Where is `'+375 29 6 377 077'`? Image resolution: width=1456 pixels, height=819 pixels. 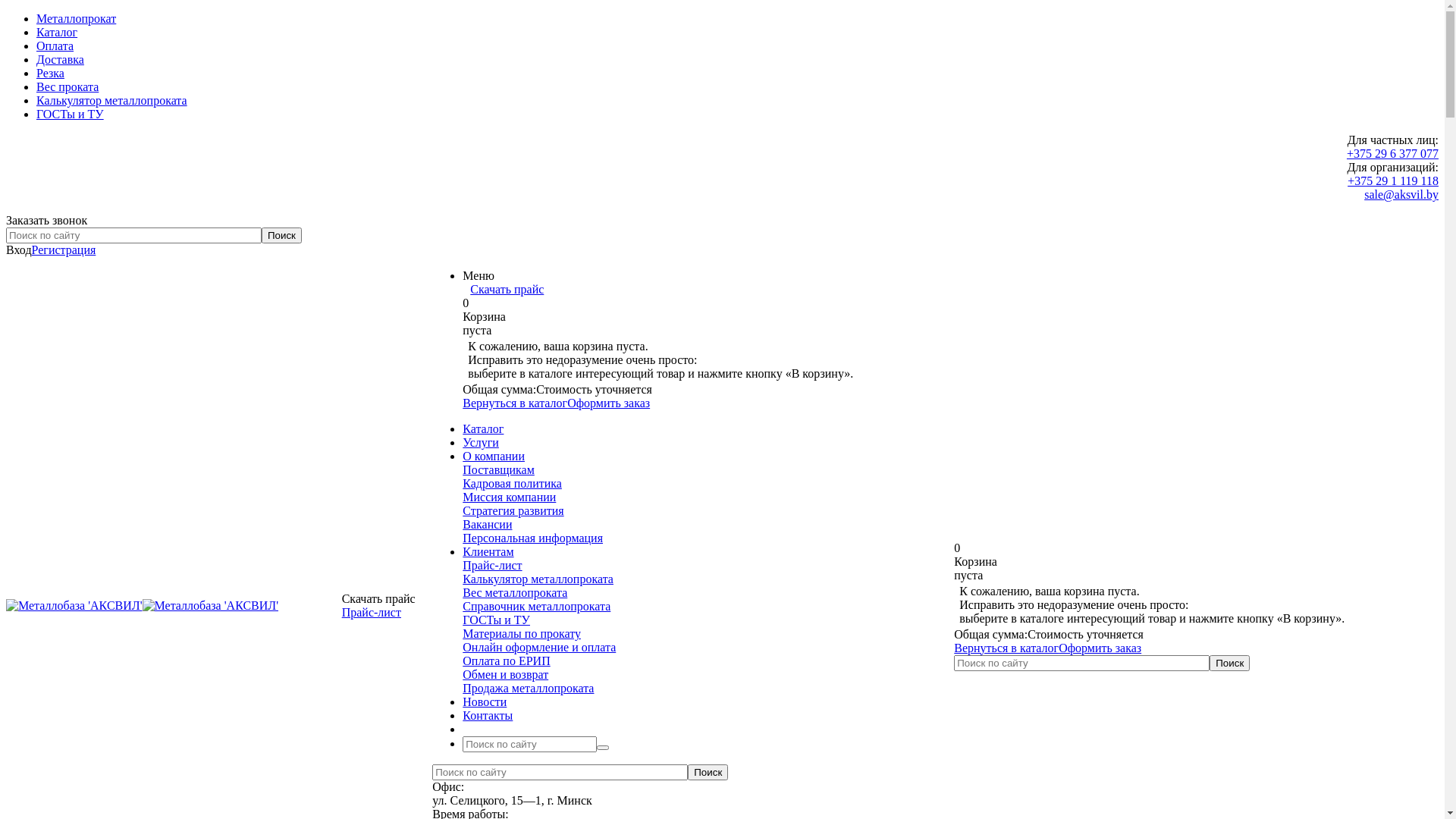 '+375 29 6 377 077' is located at coordinates (1392, 153).